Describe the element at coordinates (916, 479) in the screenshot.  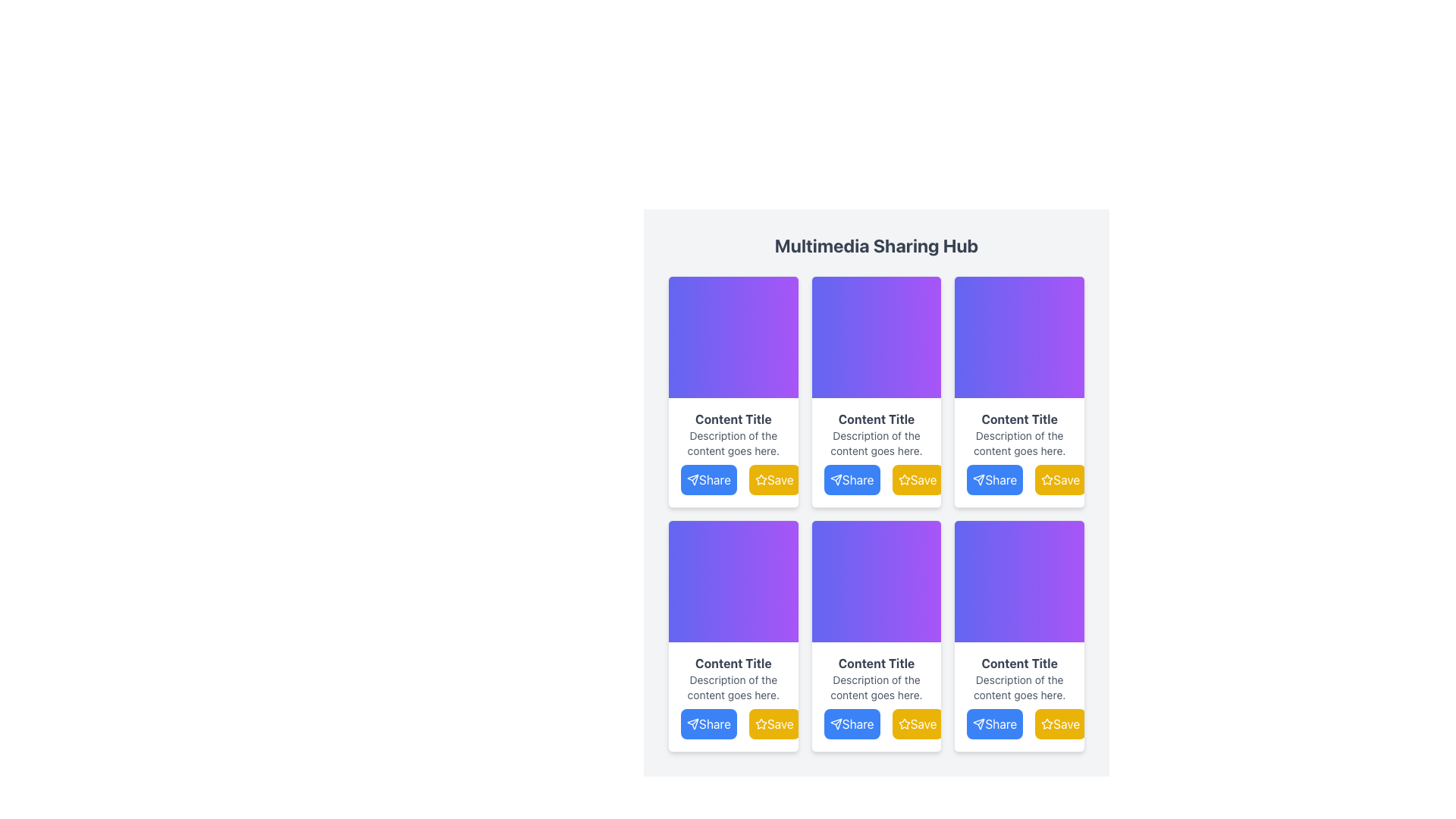
I see `the 'Save' button located at the bottom right corner of the second card in the multimedia sharing interface` at that location.